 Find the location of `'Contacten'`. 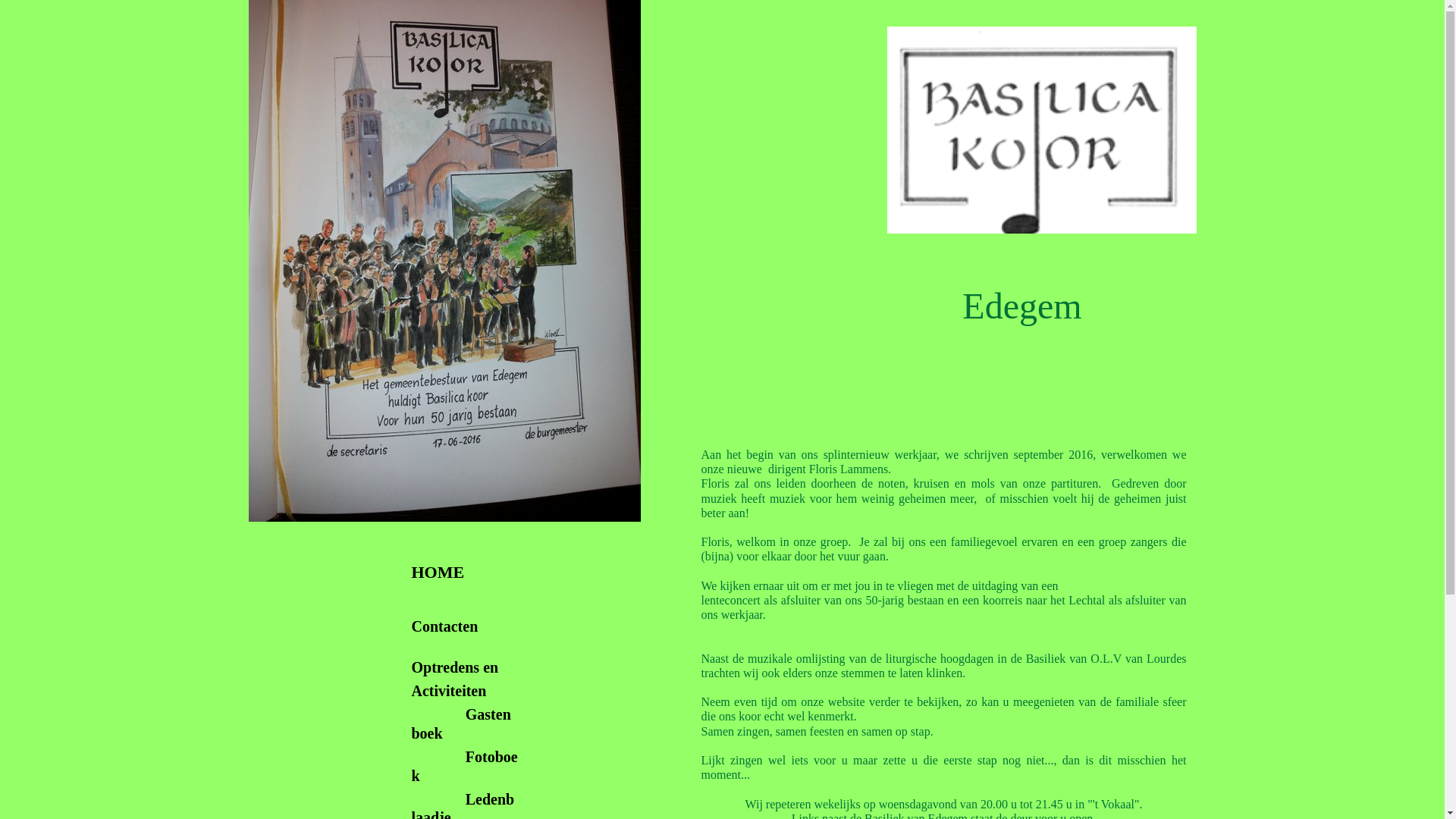

'Contacten' is located at coordinates (443, 629).